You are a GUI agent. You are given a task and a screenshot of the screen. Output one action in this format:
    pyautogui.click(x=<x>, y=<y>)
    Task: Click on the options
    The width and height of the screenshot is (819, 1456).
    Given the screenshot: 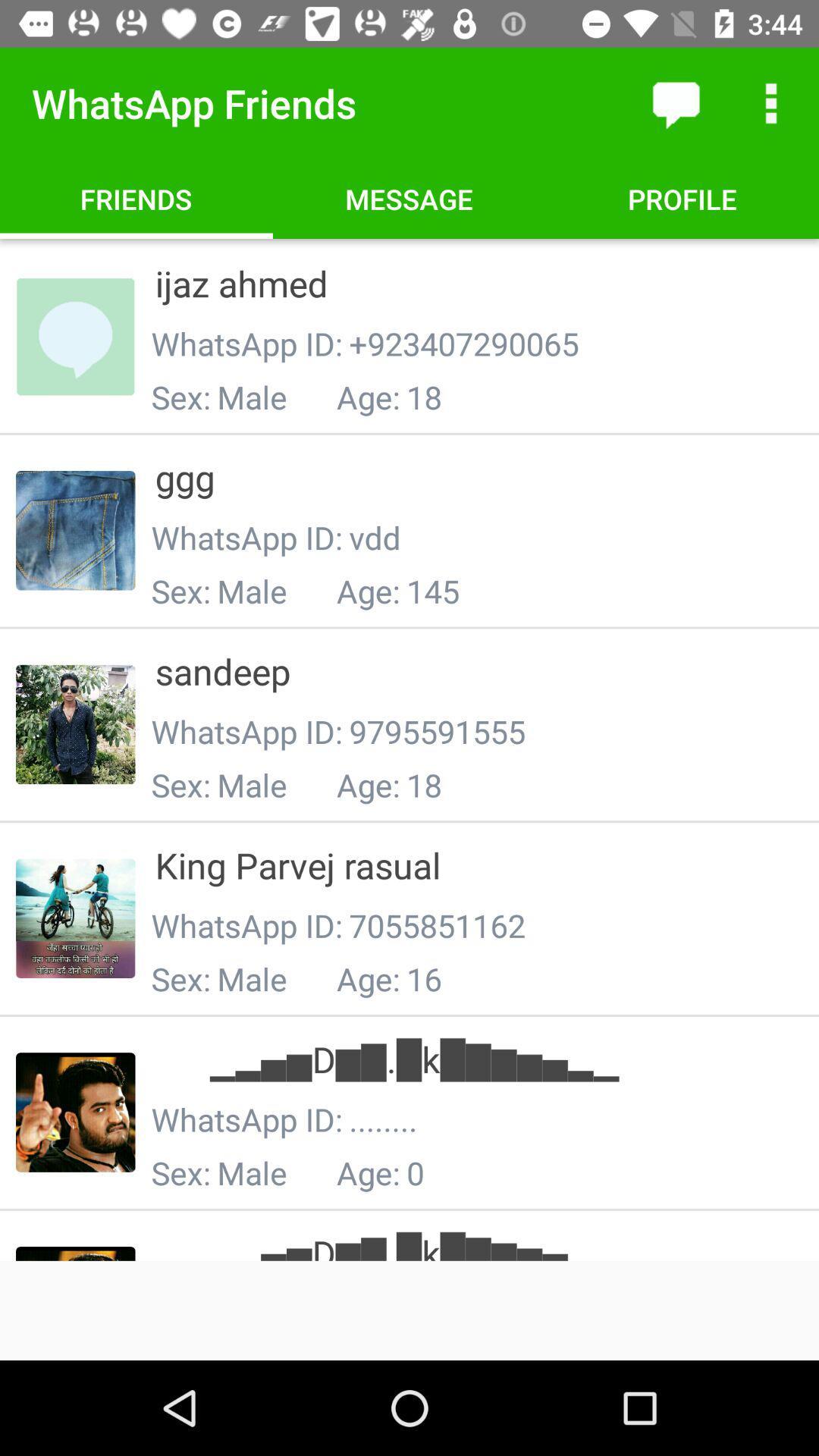 What is the action you would take?
    pyautogui.click(x=771, y=102)
    